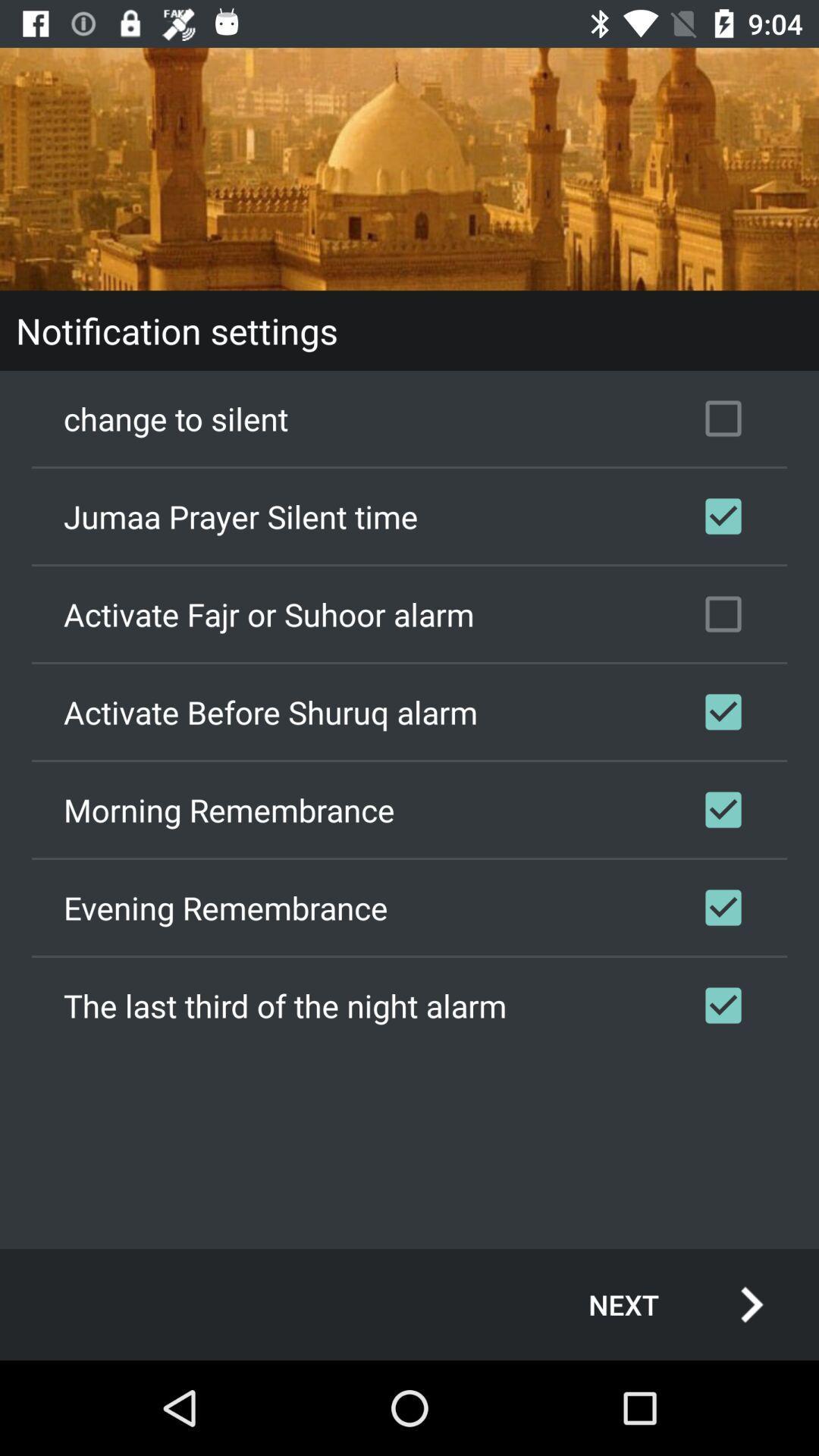 This screenshot has width=819, height=1456. I want to click on the icon above the morning remembrance icon, so click(409, 711).